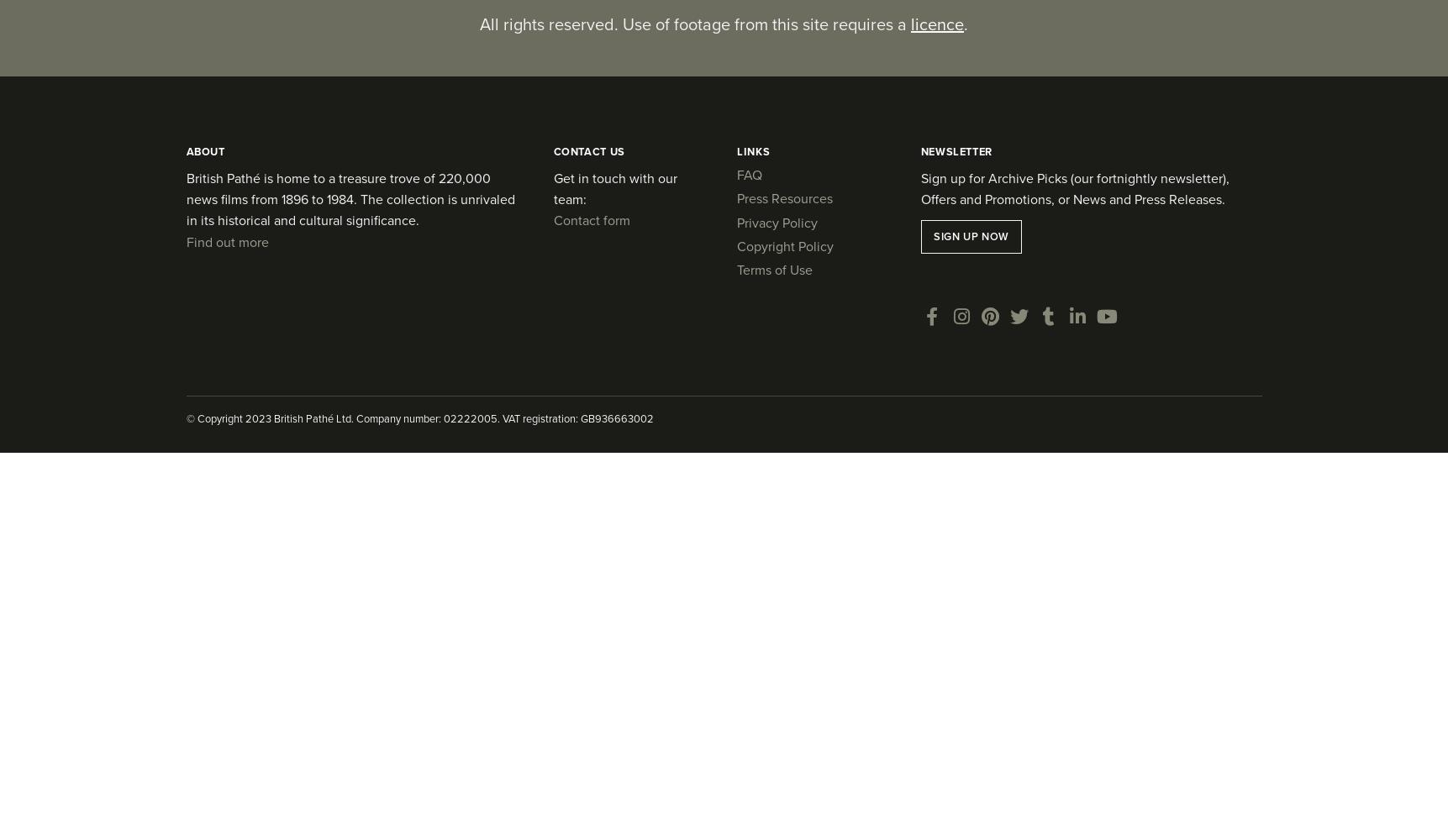  I want to click on 'About', so click(203, 150).